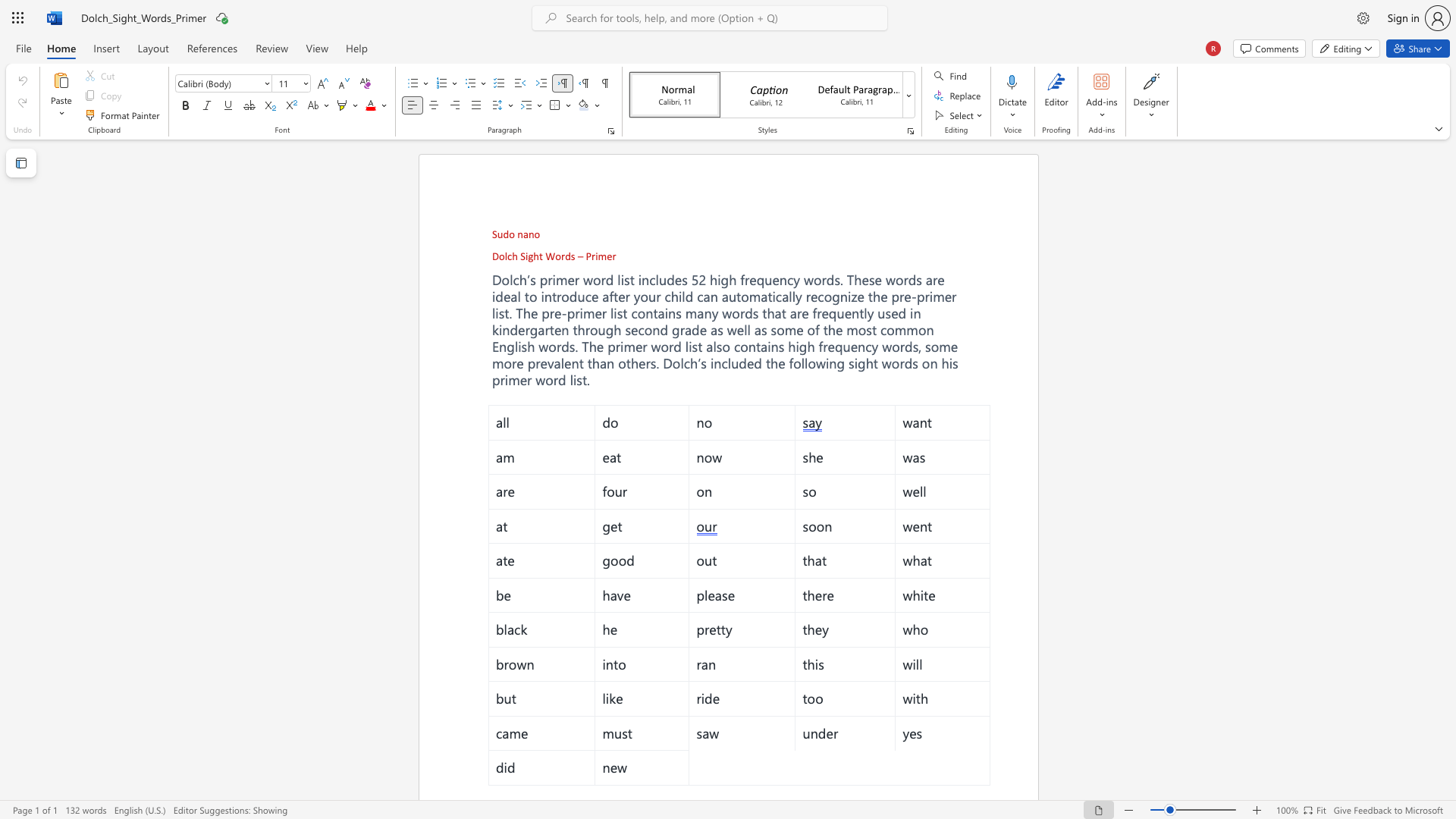 This screenshot has width=1456, height=819. What do you see at coordinates (533, 256) in the screenshot?
I see `the subset text "ht Words – Pr" within the text "Dolch Sight Words – Primer"` at bounding box center [533, 256].